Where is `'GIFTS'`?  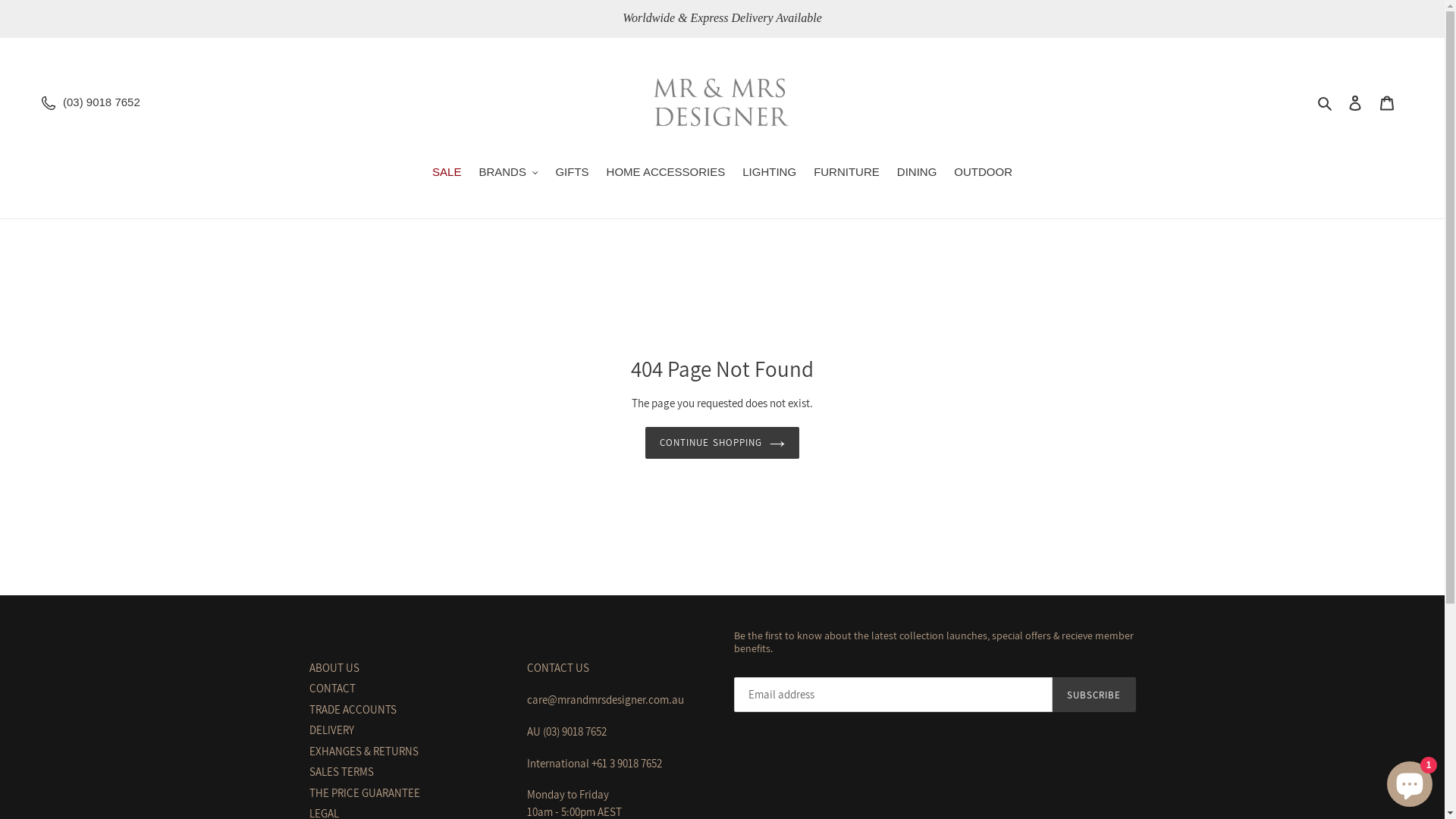
'GIFTS' is located at coordinates (570, 172).